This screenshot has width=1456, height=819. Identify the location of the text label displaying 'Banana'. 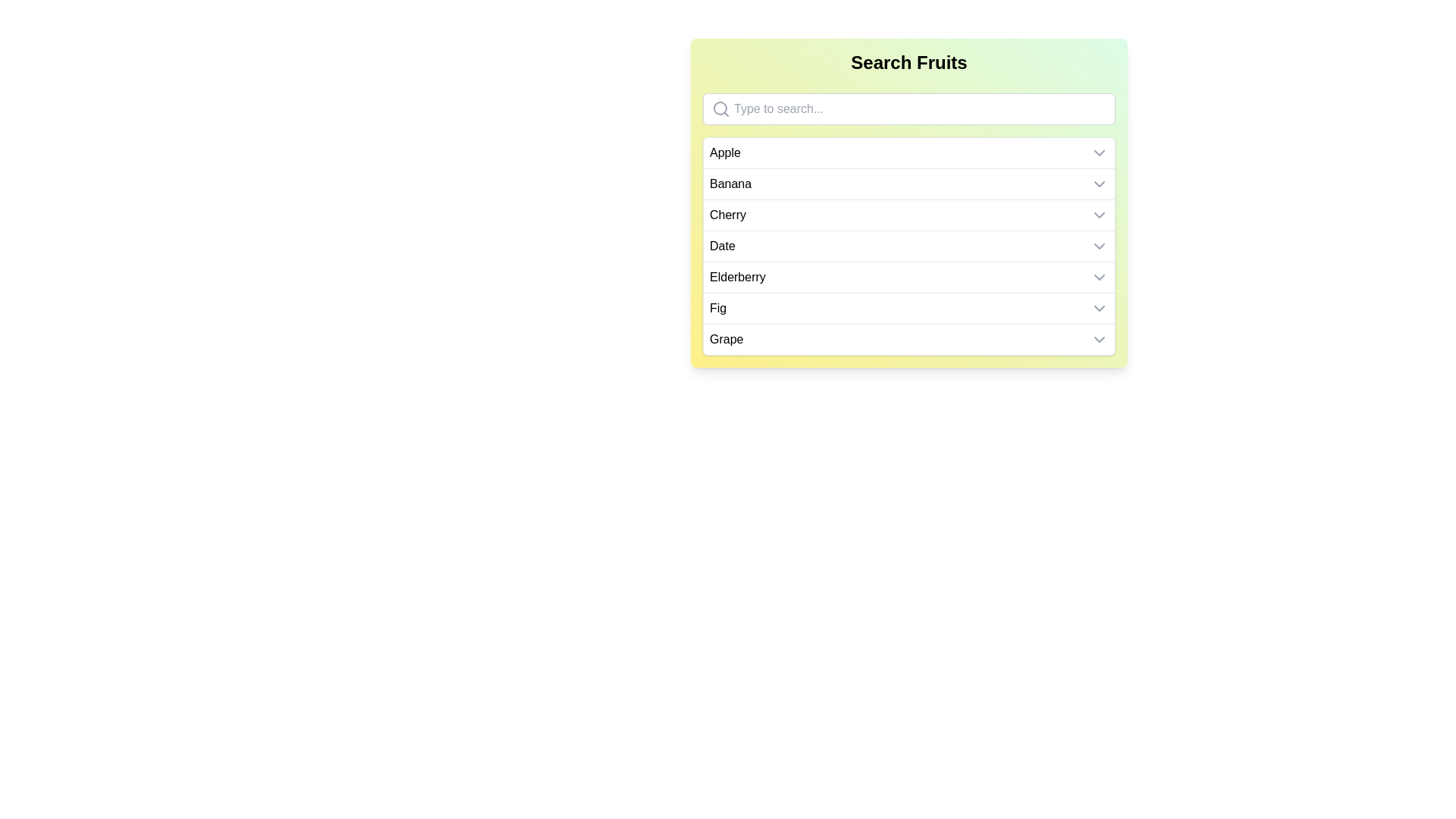
(730, 184).